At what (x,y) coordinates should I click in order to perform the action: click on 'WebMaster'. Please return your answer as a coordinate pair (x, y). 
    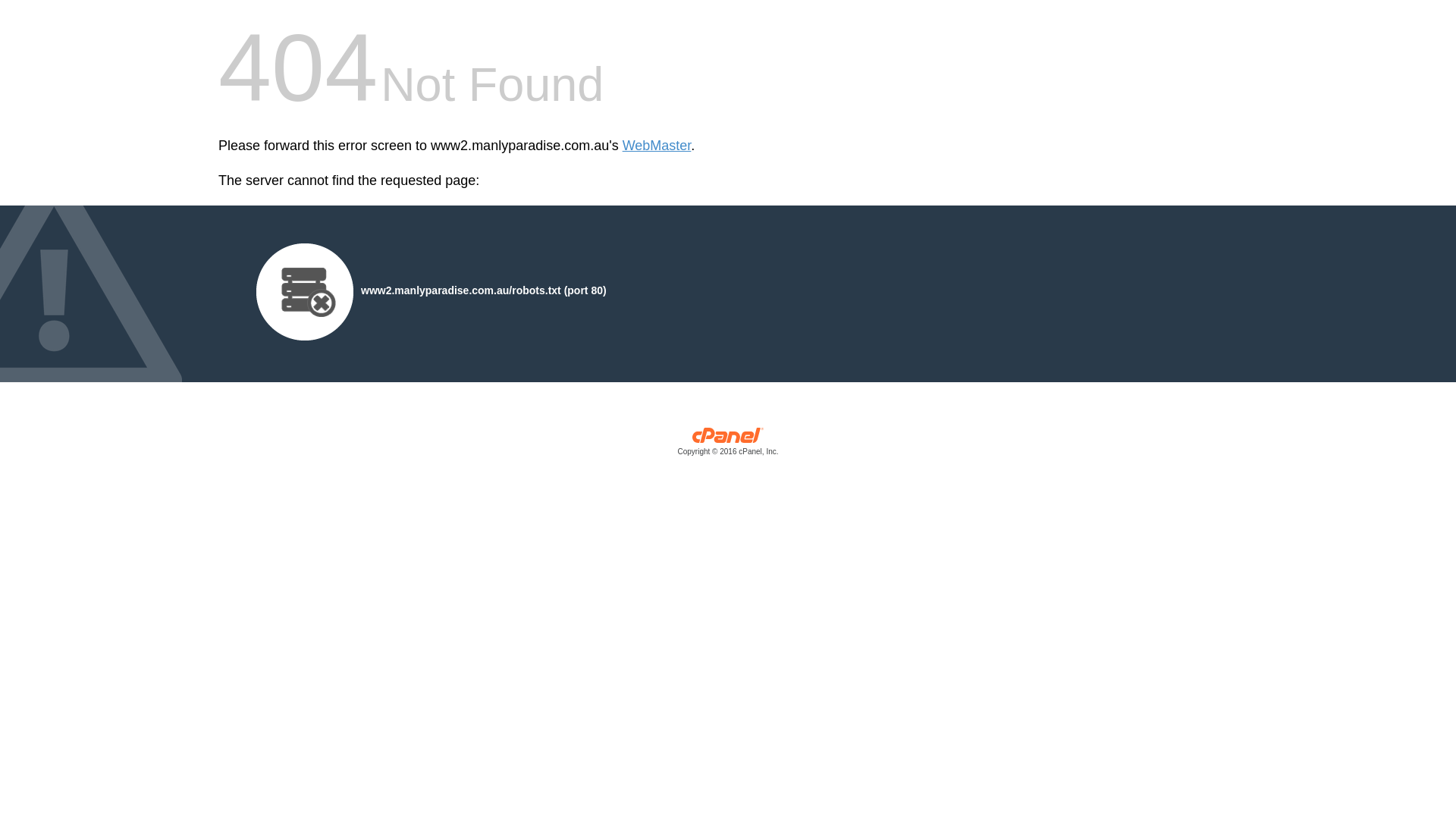
    Looking at the image, I should click on (622, 146).